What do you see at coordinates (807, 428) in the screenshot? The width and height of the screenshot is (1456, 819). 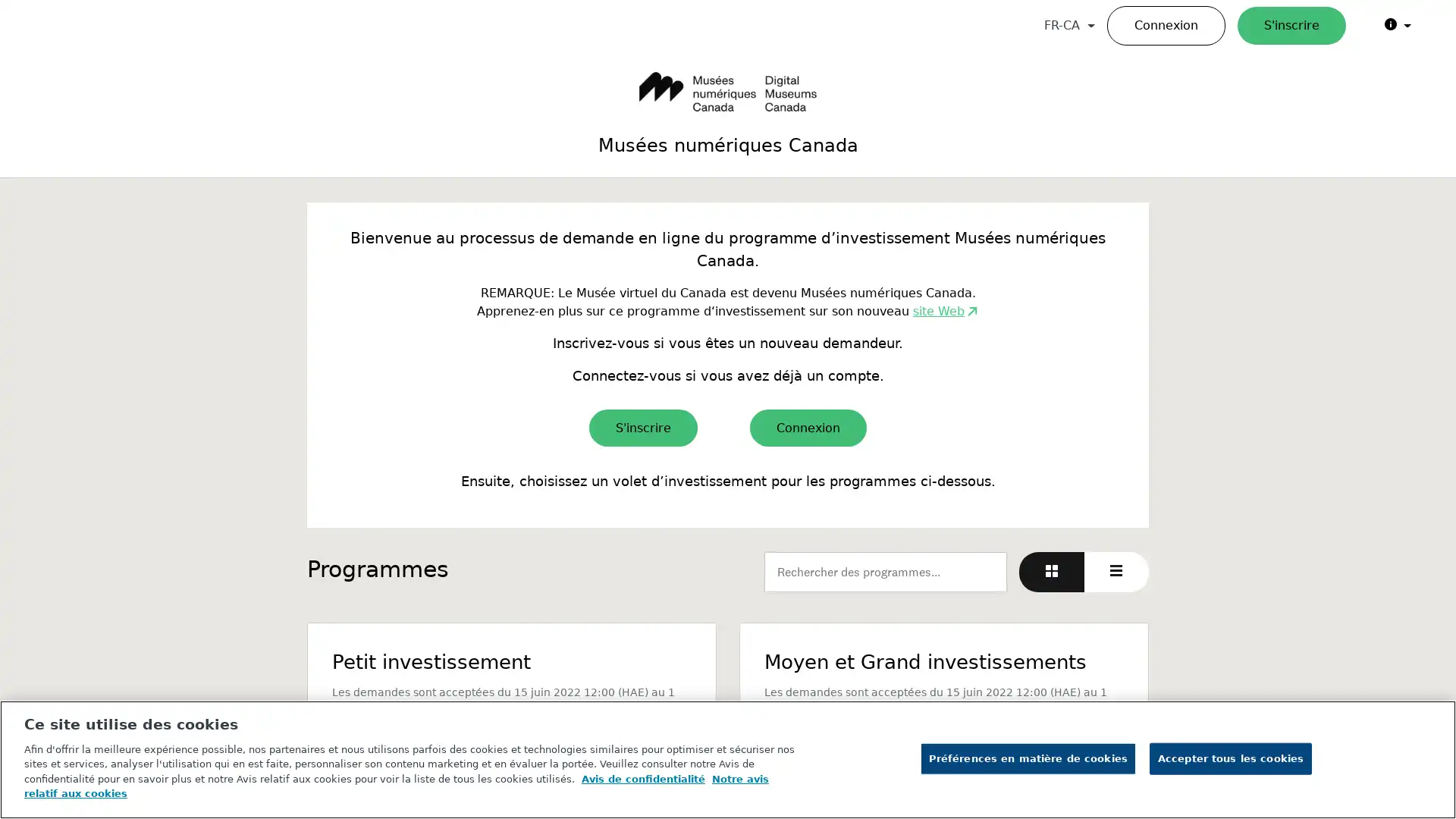 I see `Connexion` at bounding box center [807, 428].